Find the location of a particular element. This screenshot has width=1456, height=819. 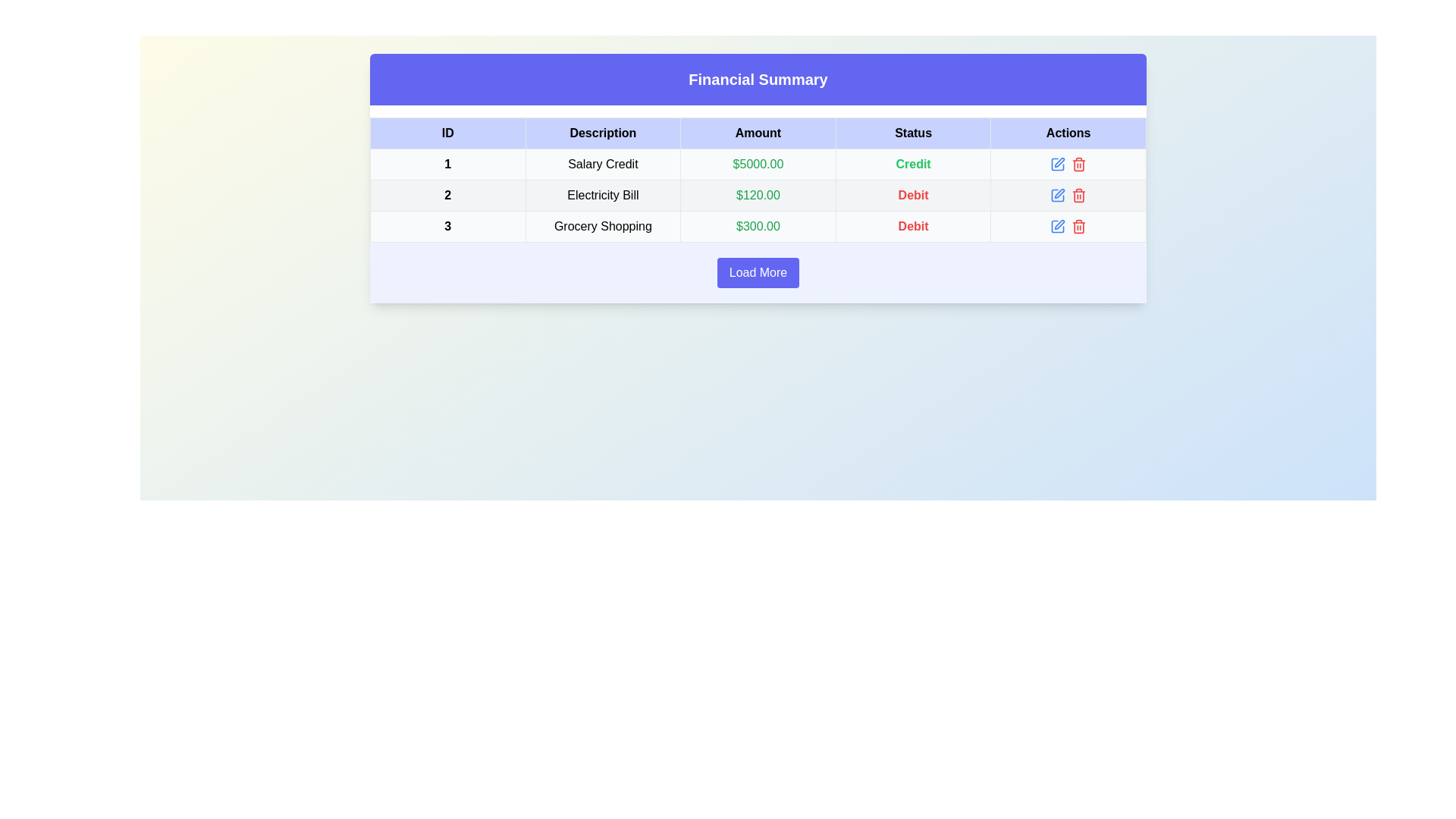

the edit button located in the 'Actions' column of the last row of the table is located at coordinates (1057, 227).